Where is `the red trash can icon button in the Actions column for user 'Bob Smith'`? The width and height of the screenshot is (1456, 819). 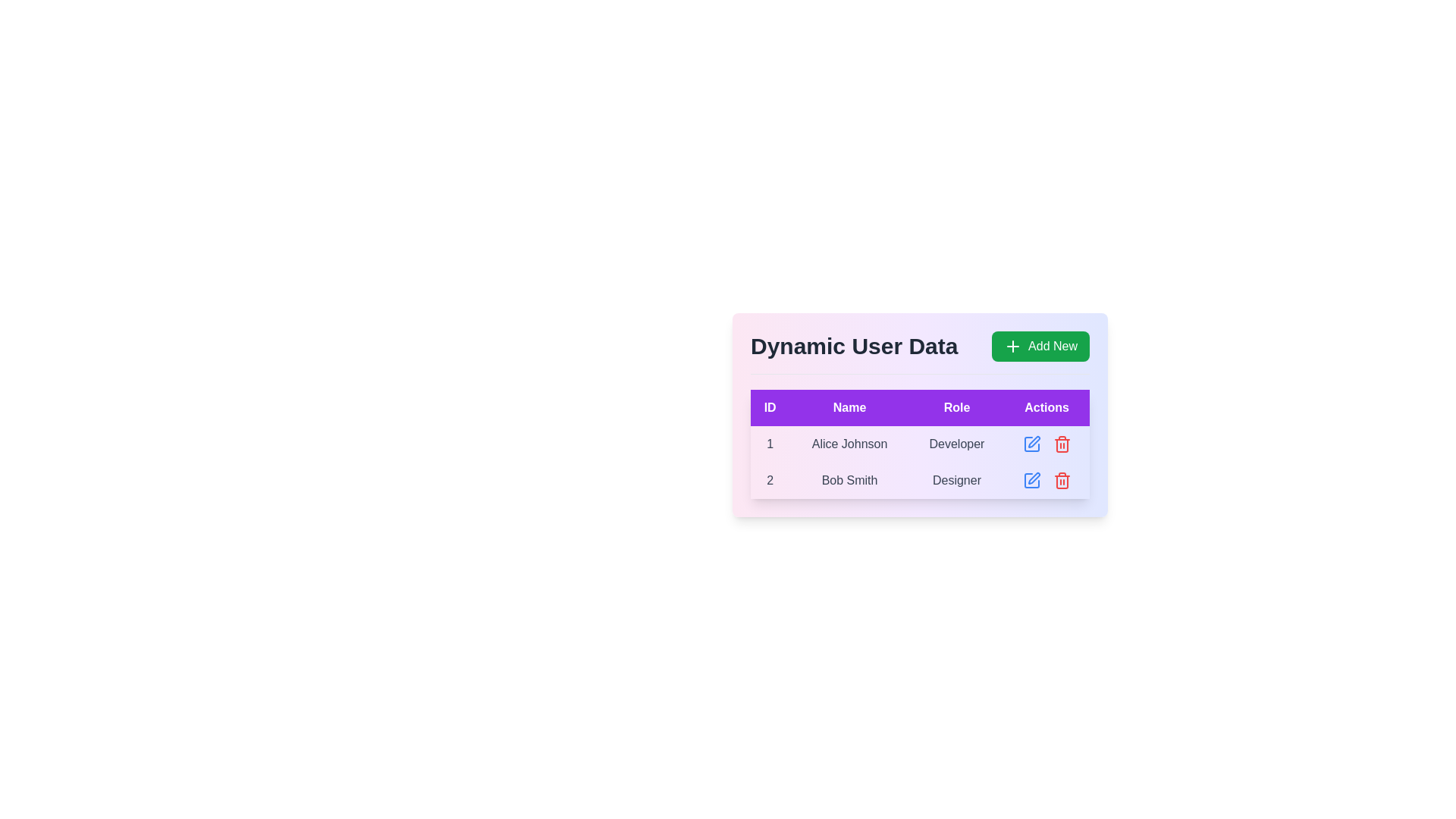 the red trash can icon button in the Actions column for user 'Bob Smith' is located at coordinates (1061, 444).